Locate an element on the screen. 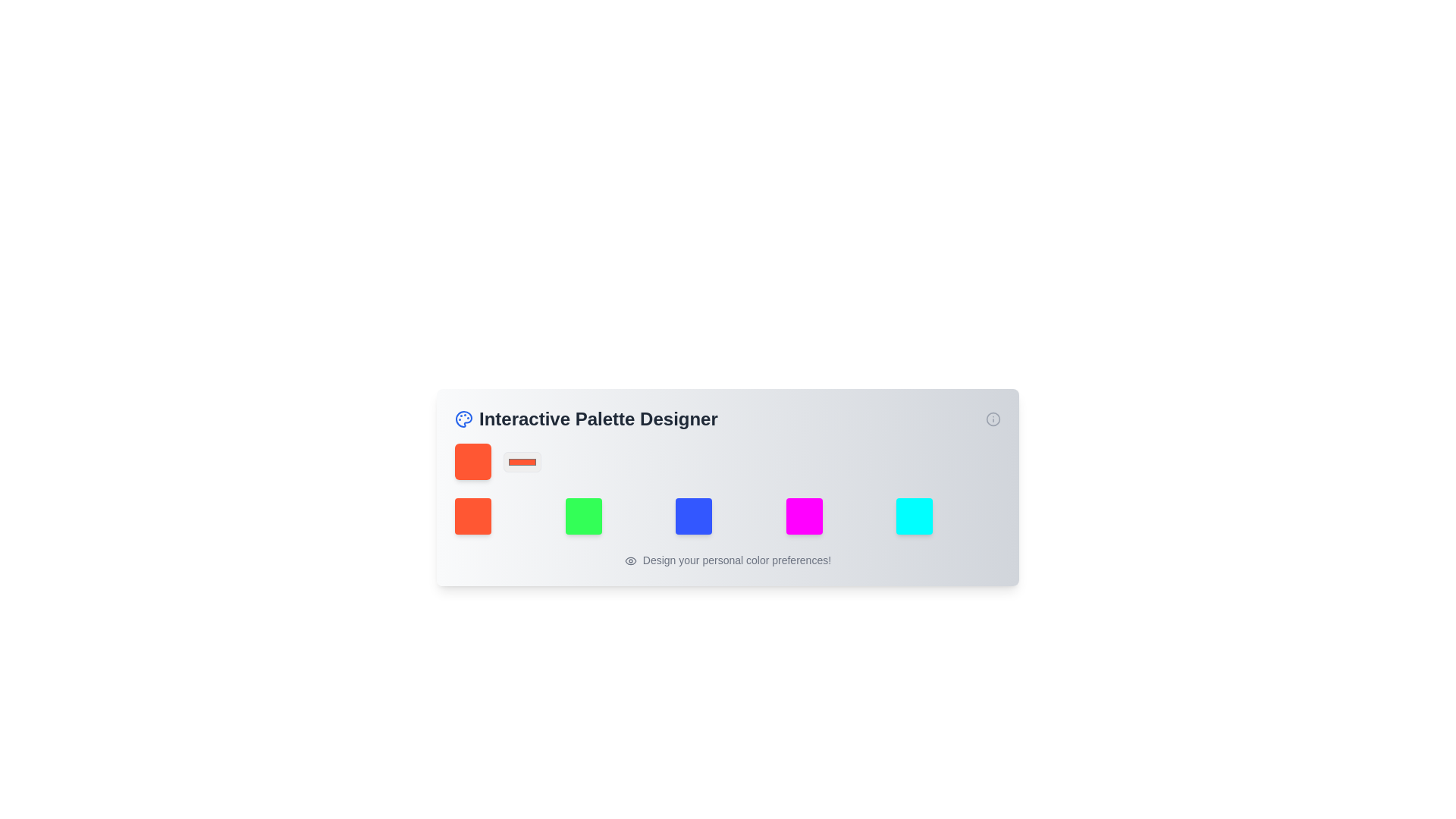  the second interactive circle with a bright green background in the 'Interactive Palette Designer' section is located at coordinates (582, 516).